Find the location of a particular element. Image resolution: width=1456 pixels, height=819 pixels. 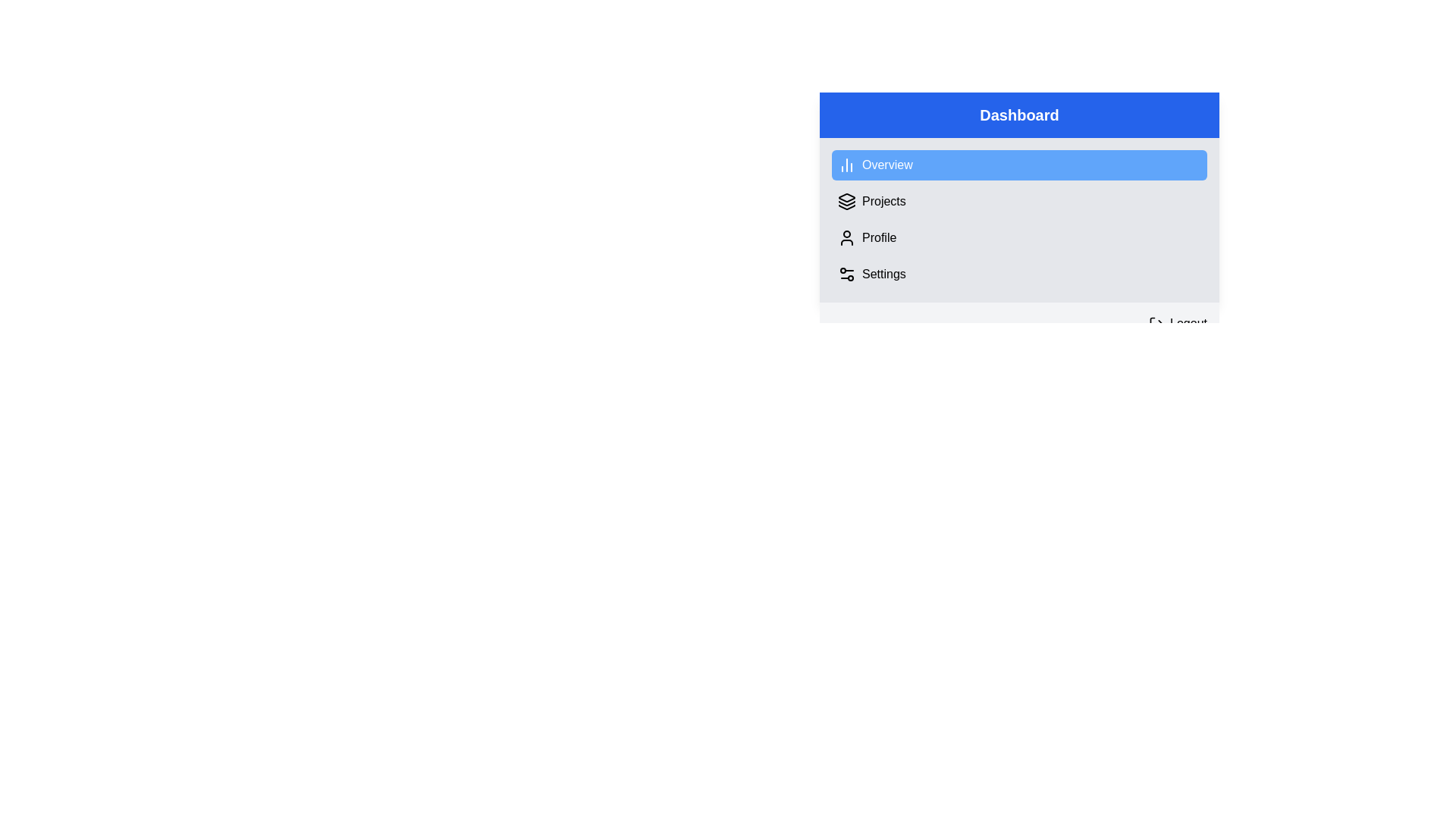

the 'Settings' label in the sidebar menu, which serves as the textual identifier for the settings section, located under the 'Profile' option is located at coordinates (883, 275).